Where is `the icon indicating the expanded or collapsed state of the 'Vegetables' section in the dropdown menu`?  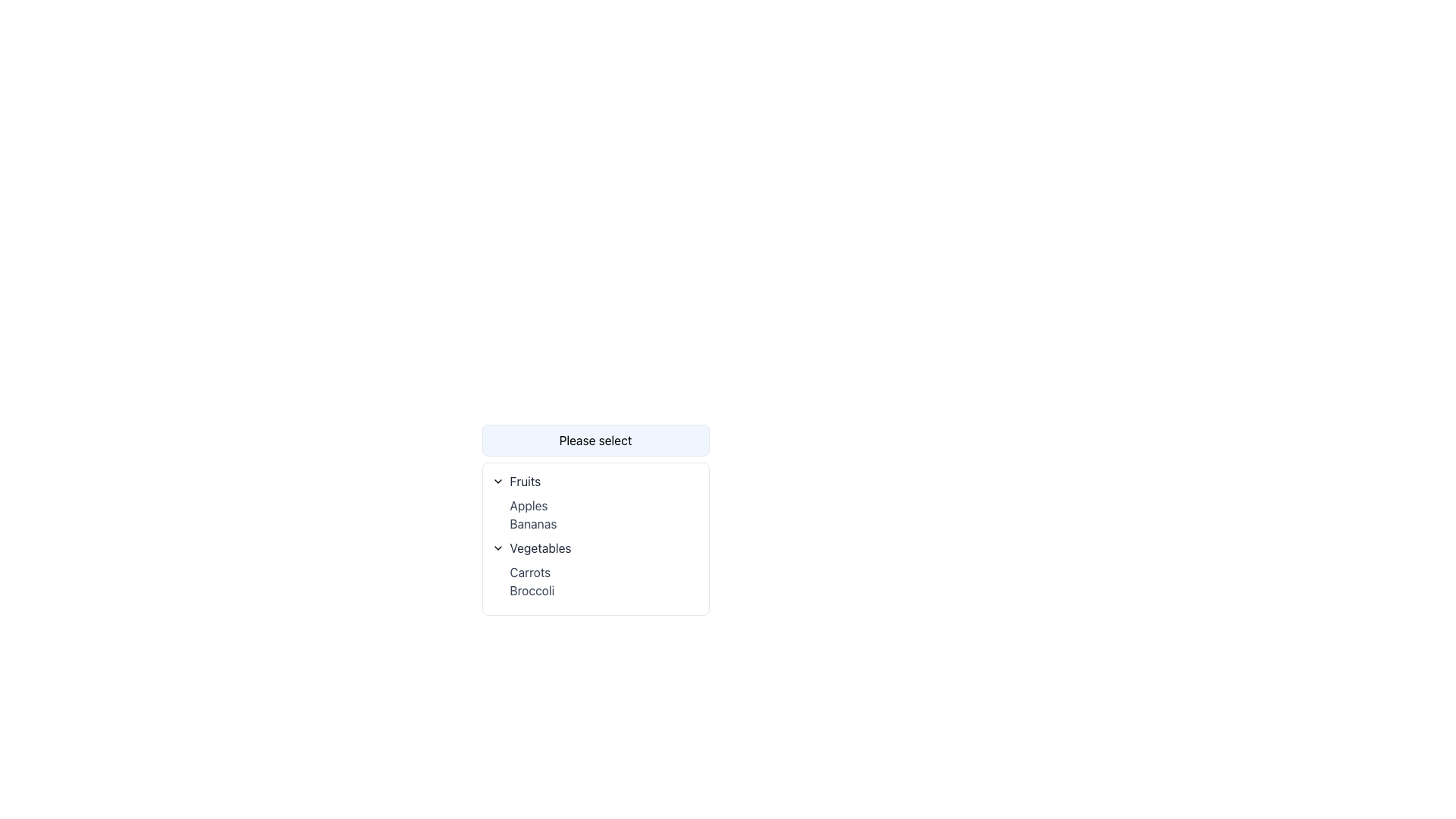
the icon indicating the expanded or collapsed state of the 'Vegetables' section in the dropdown menu is located at coordinates (497, 548).